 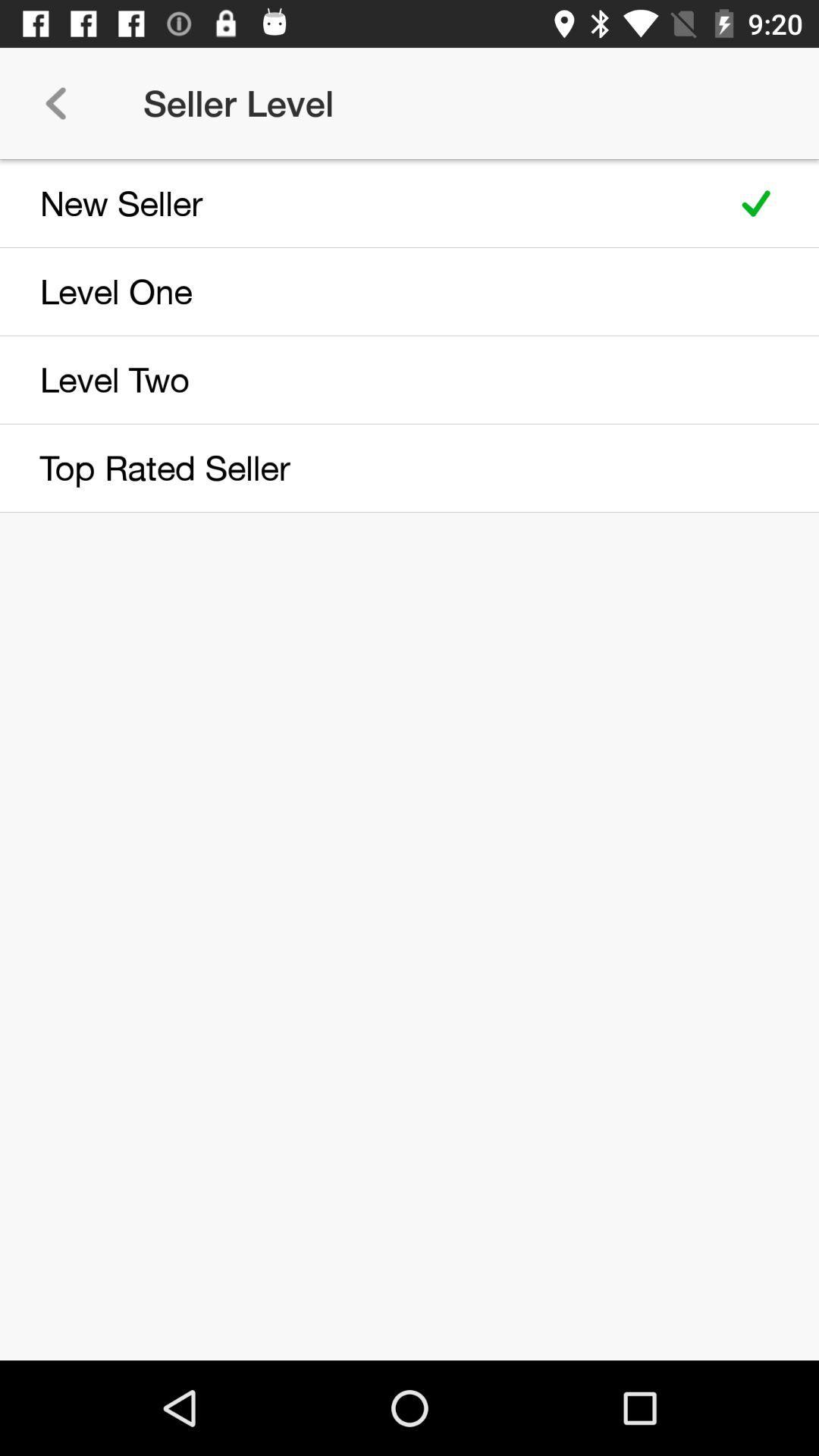 I want to click on the icon to the right of the new seller icon, so click(x=756, y=202).